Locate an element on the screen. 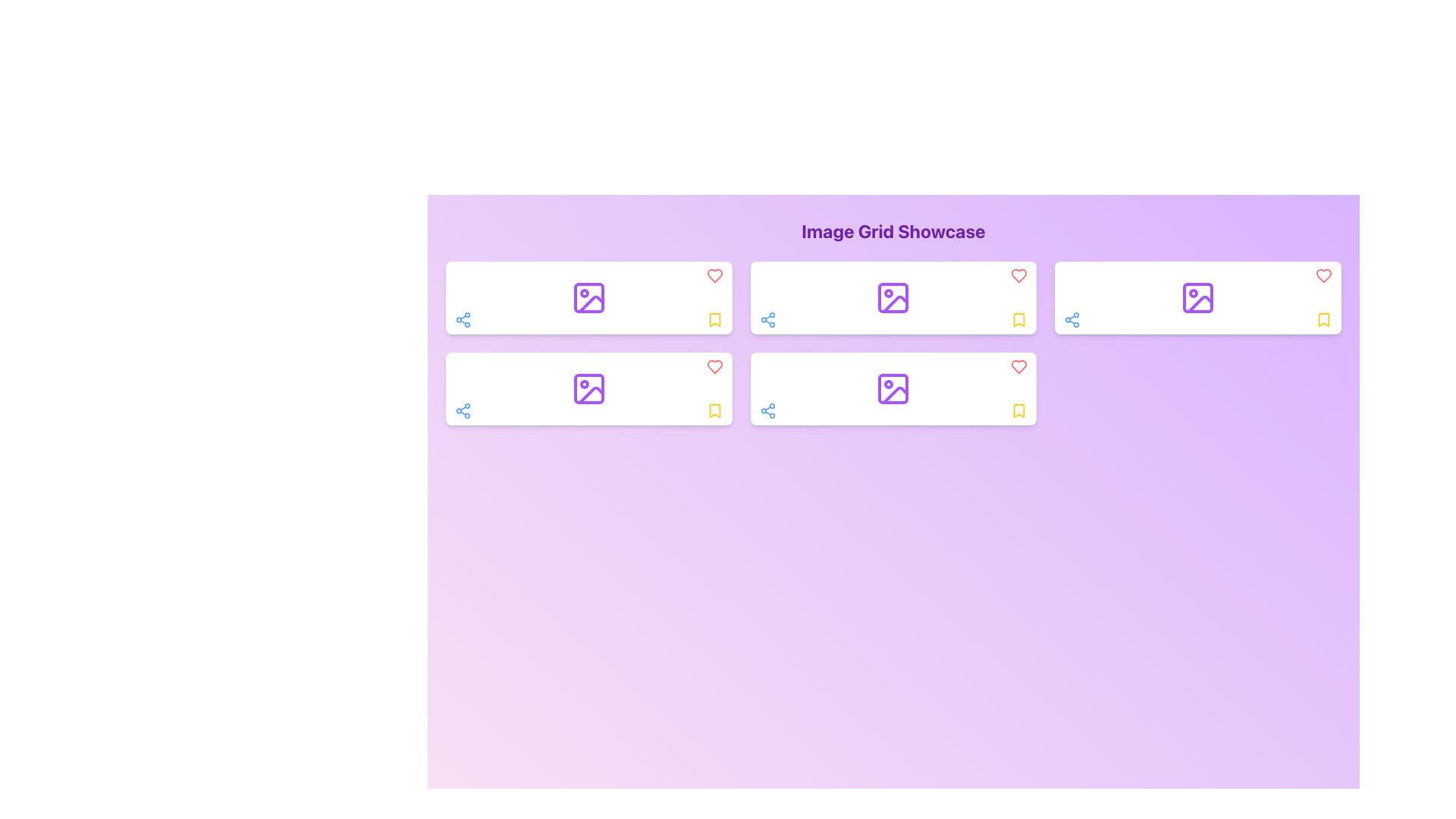 The height and width of the screenshot is (819, 1456). the bookmark icon located at the bottom-right corner of the card grid is located at coordinates (714, 411).